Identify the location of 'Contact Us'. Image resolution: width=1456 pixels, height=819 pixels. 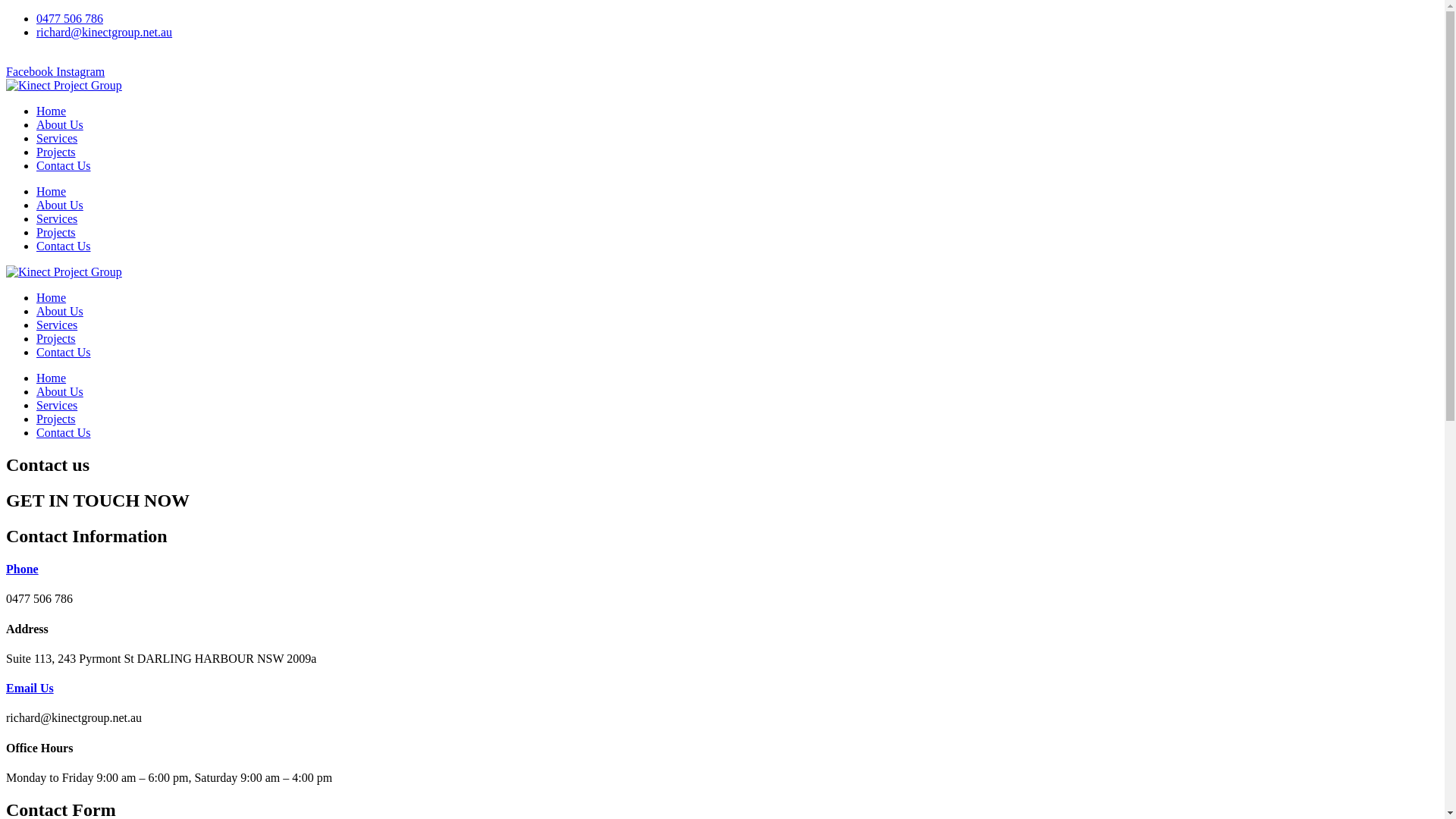
(62, 245).